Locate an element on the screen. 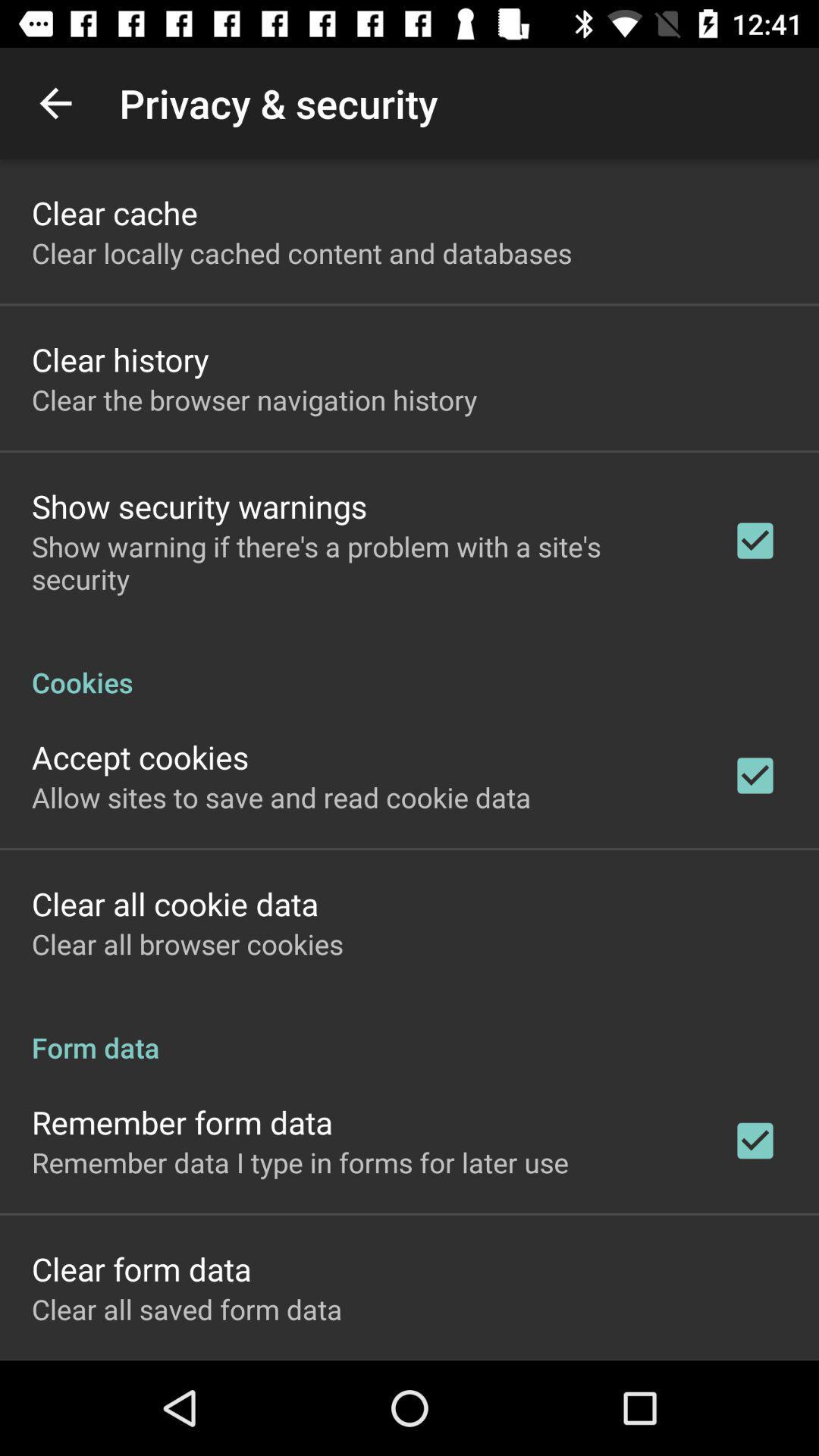  the allow sites to icon is located at coordinates (281, 796).